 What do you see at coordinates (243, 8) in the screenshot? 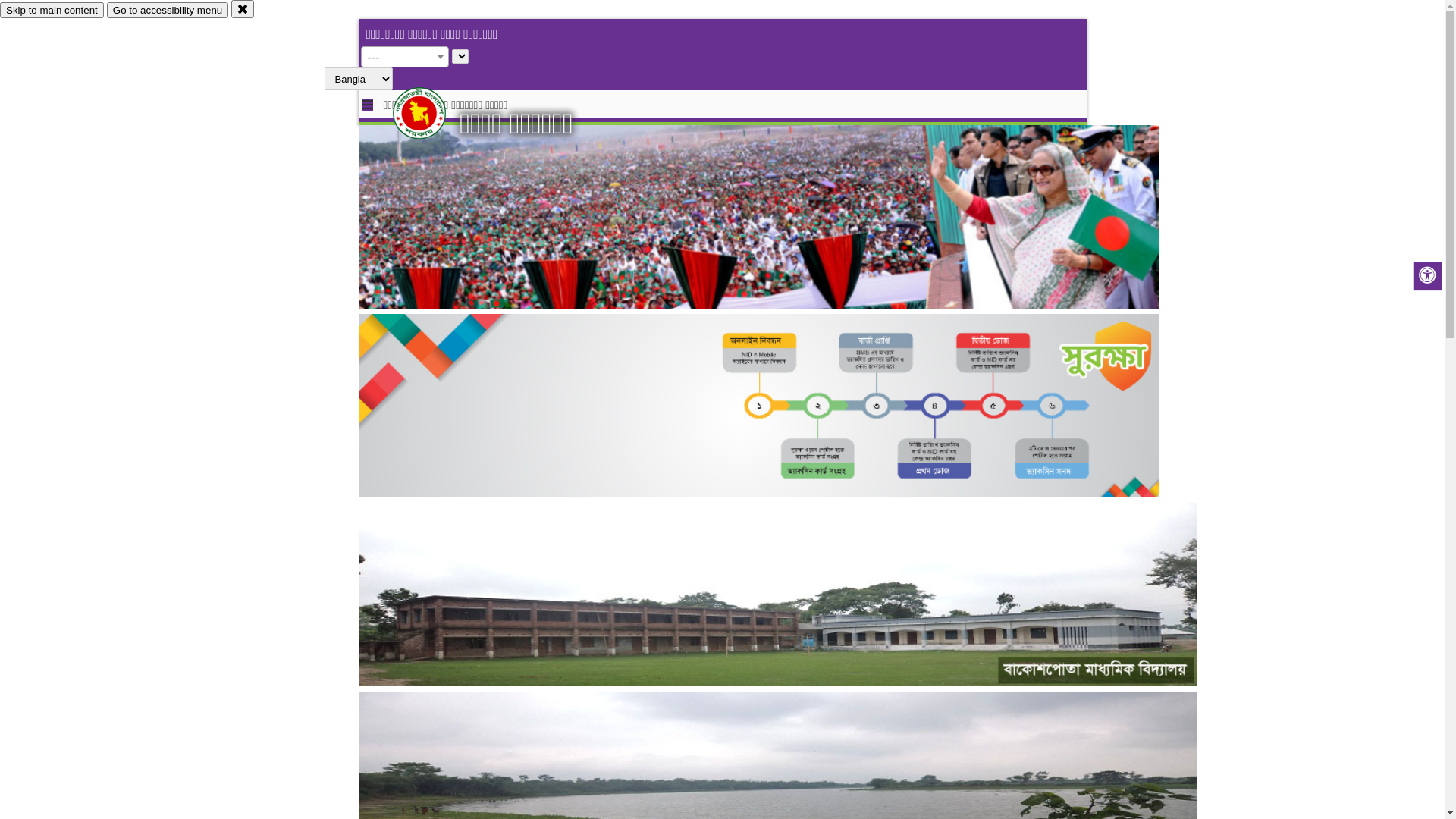
I see `'close'` at bounding box center [243, 8].